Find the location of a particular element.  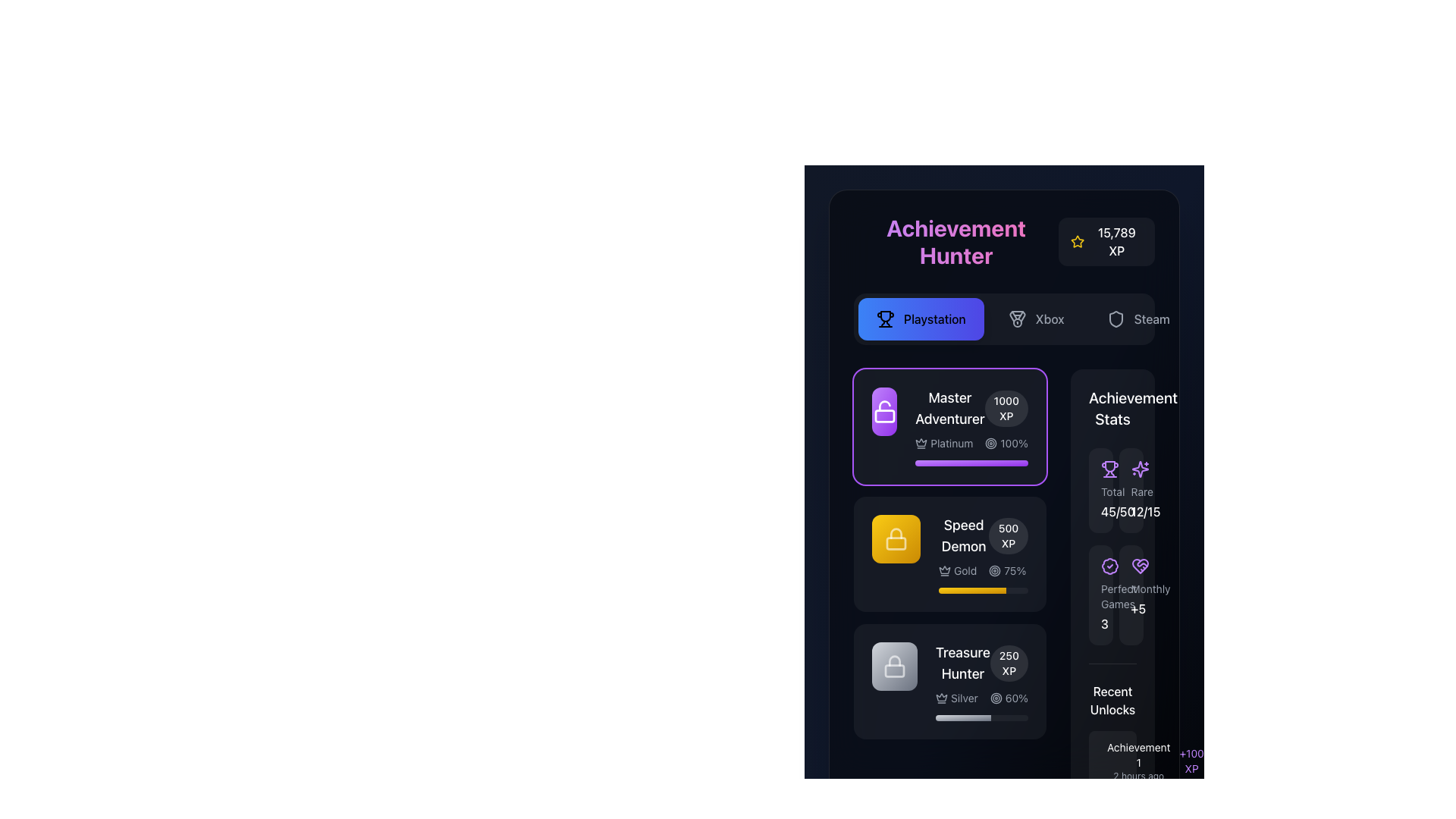

the 'Speed Demon' achievement card, which is the second card in a vertical list of three is located at coordinates (949, 554).